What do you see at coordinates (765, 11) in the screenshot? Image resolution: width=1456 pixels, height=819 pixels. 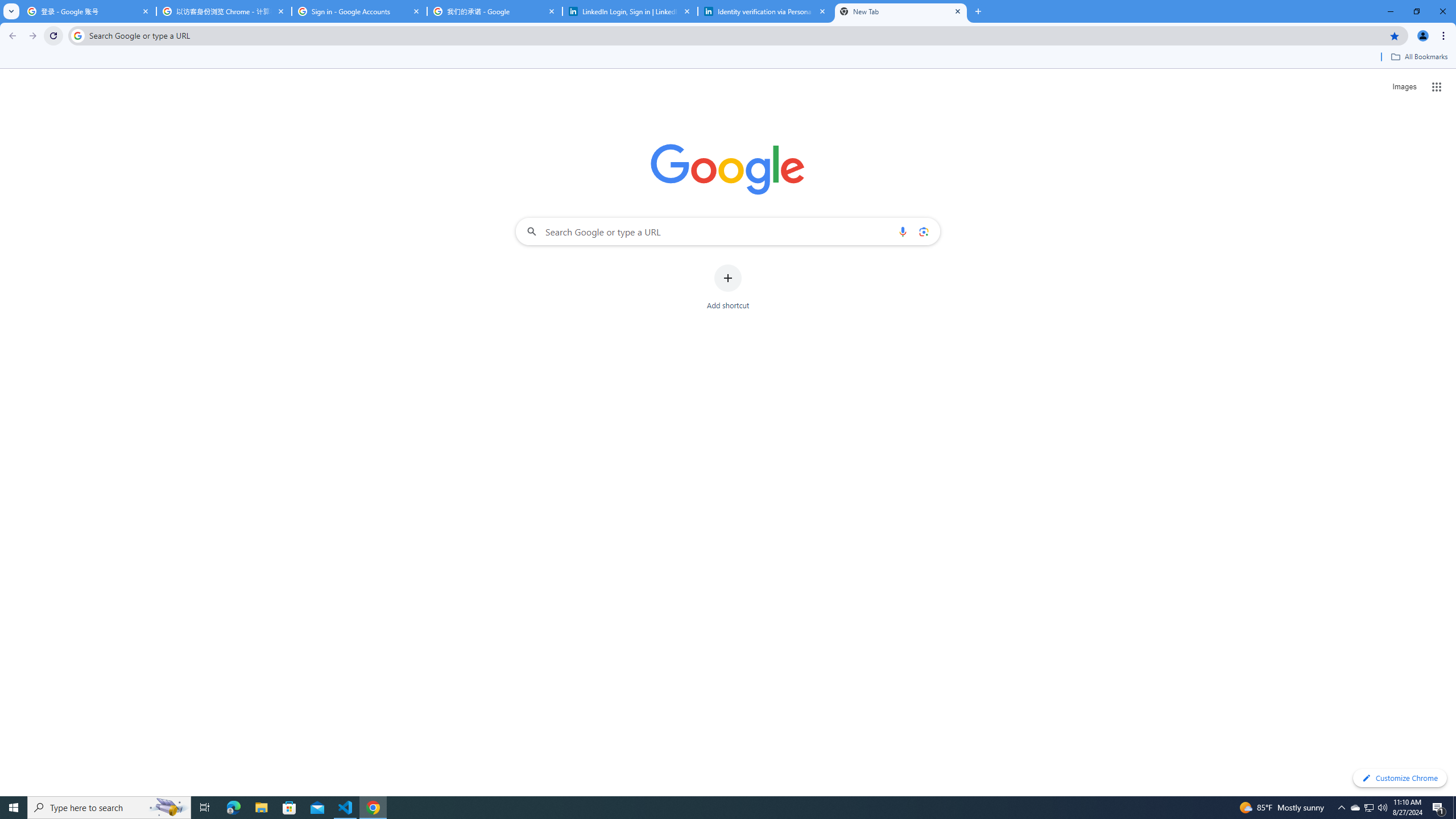 I see `'Identity verification via Persona | LinkedIn Help'` at bounding box center [765, 11].